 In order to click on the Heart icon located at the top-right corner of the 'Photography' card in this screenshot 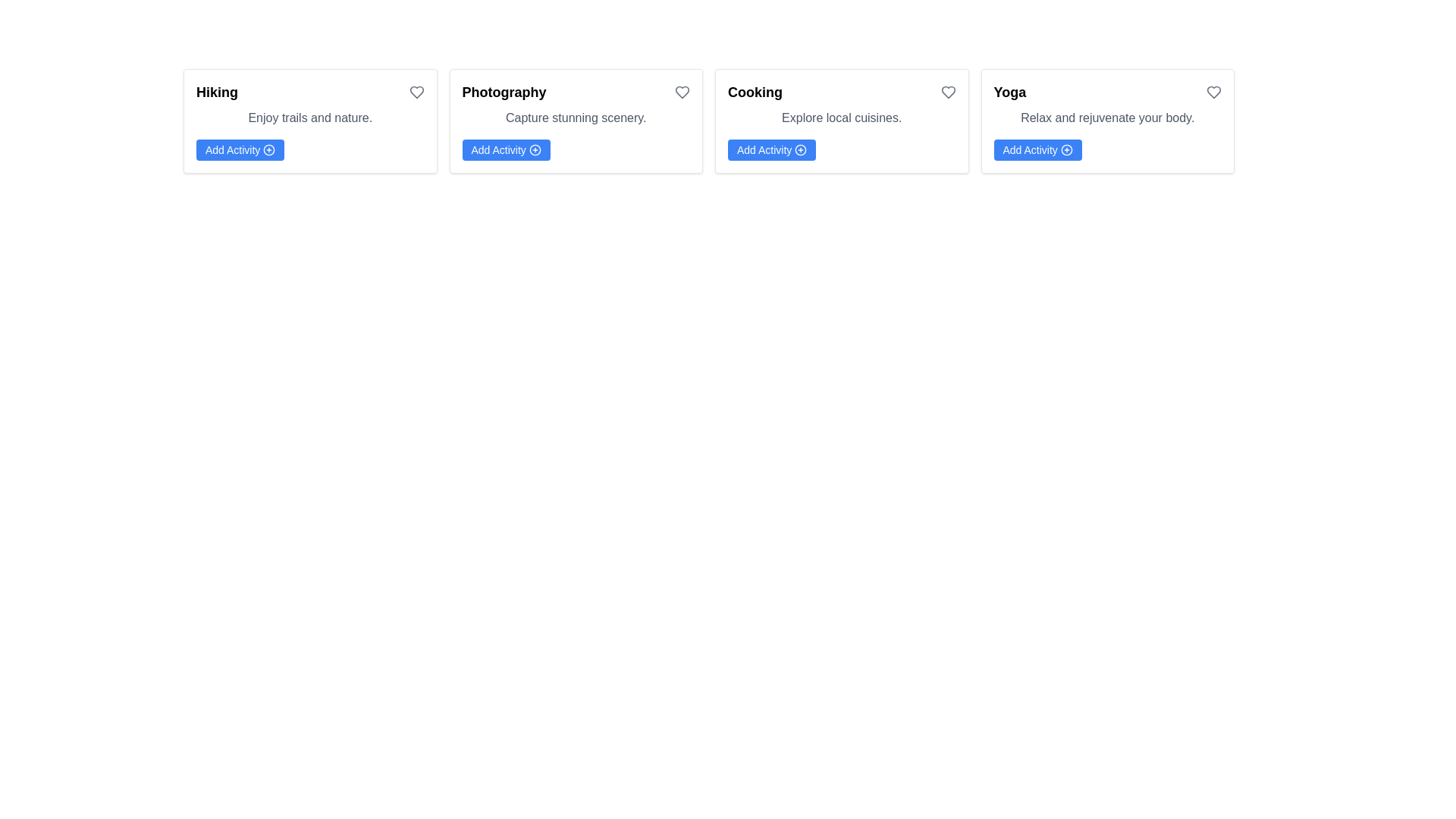, I will do `click(682, 93)`.